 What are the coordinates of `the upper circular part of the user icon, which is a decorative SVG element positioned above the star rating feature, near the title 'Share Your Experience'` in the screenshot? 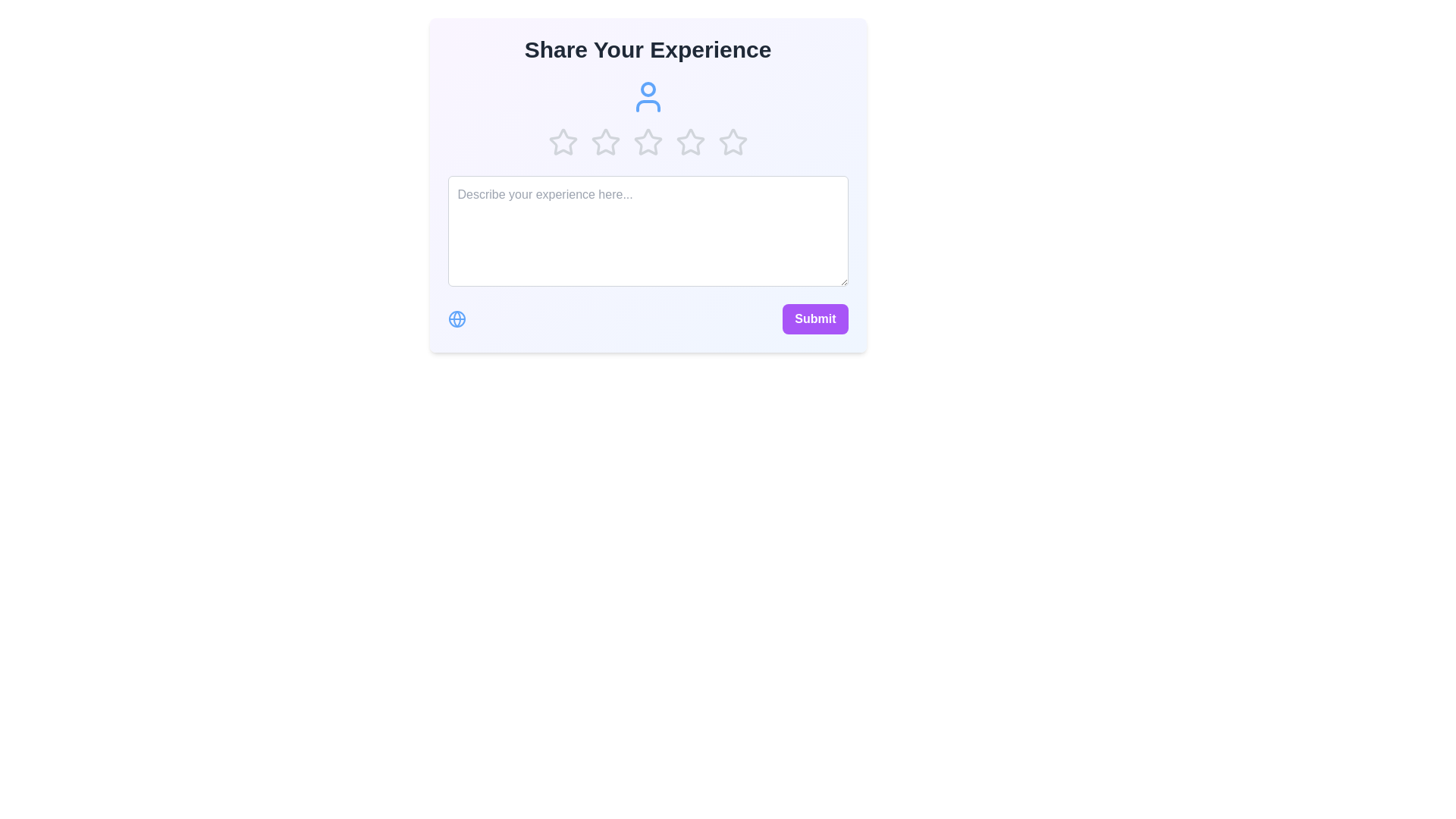 It's located at (648, 89).